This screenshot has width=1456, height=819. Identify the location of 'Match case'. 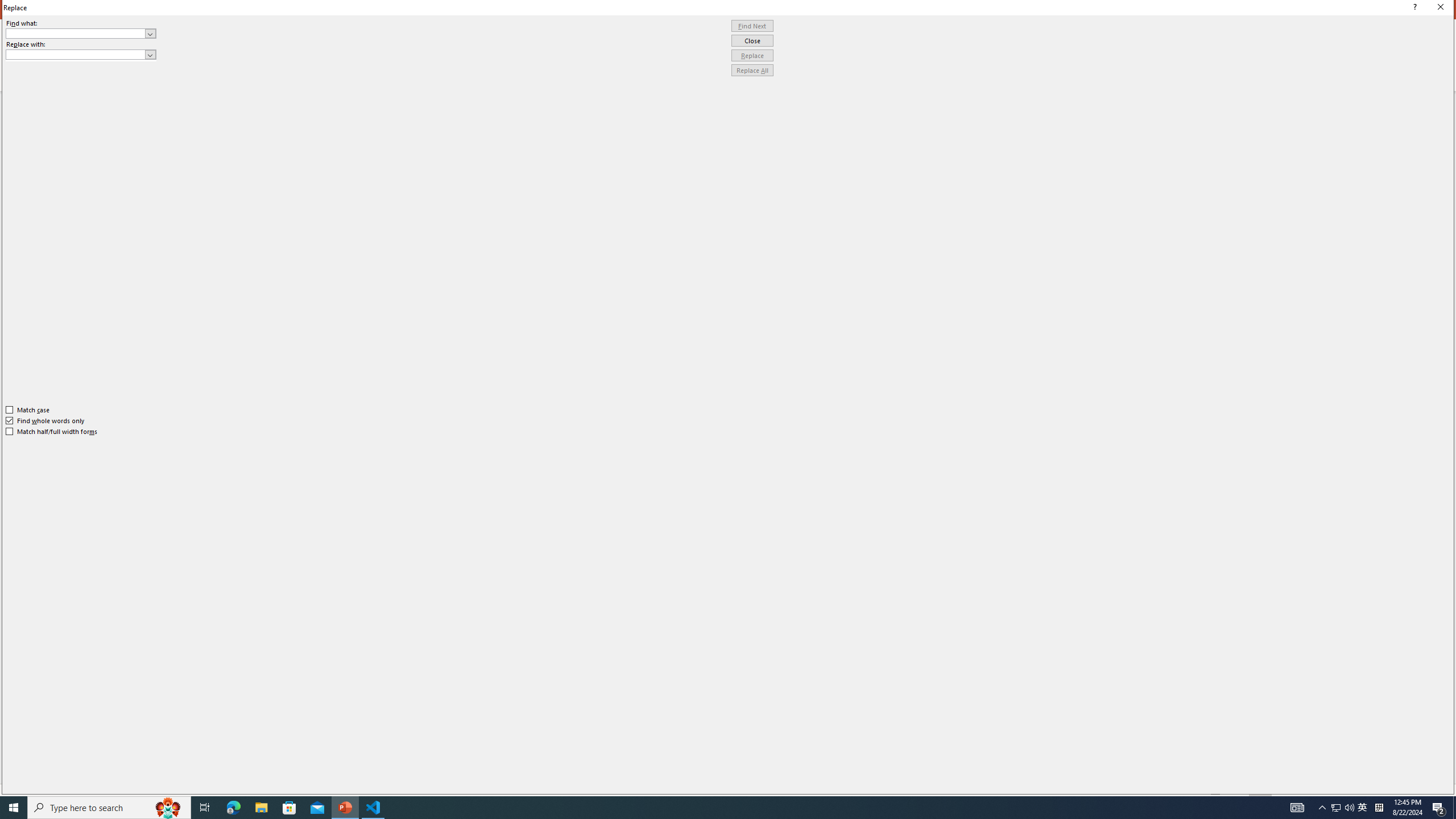
(27, 409).